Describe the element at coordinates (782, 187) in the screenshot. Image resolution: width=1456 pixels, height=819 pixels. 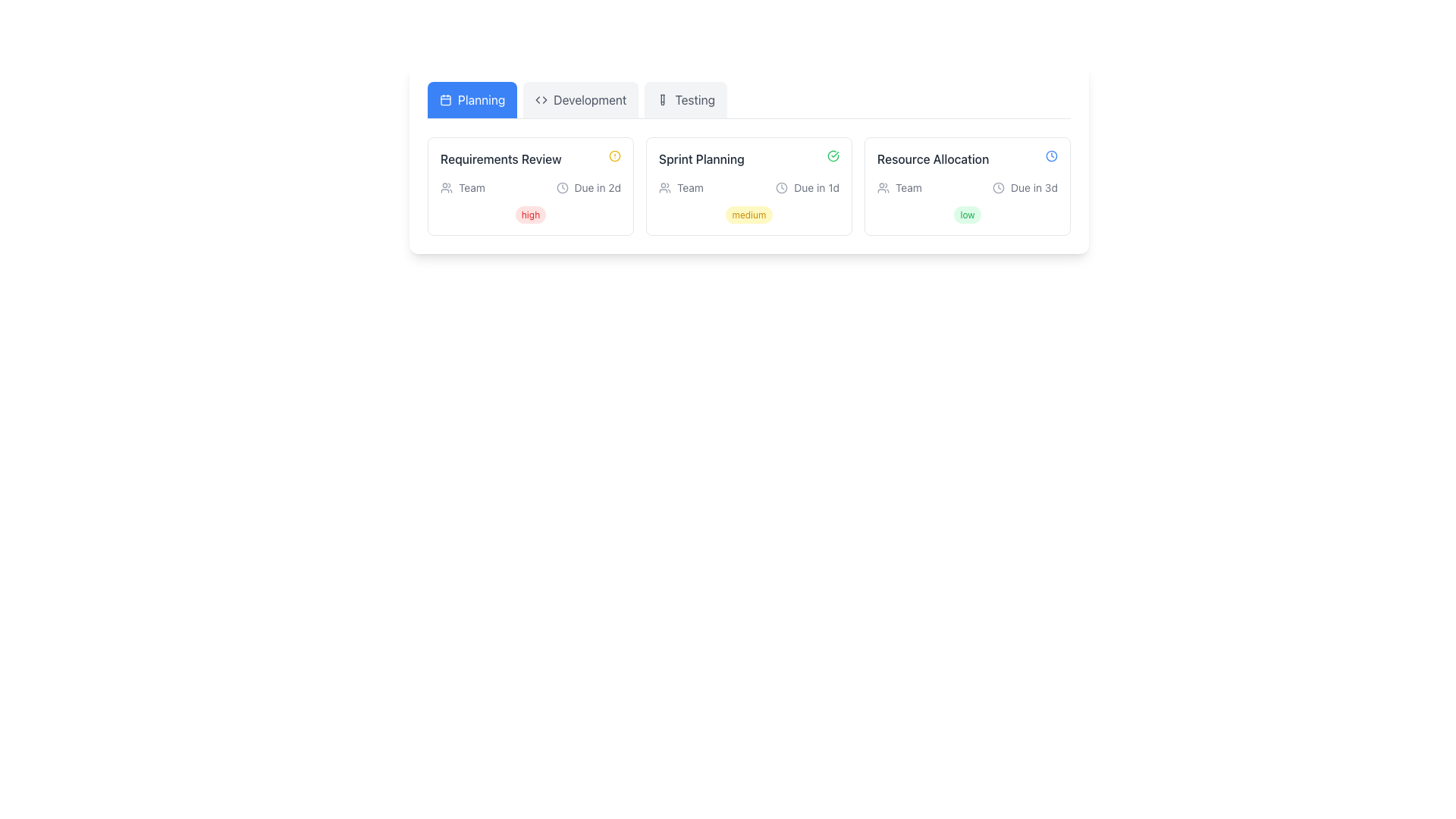
I see `the decorative circle component of the clock icon located near the top-right of the 'Sprint Planning' section, adjacent to task indicators` at that location.